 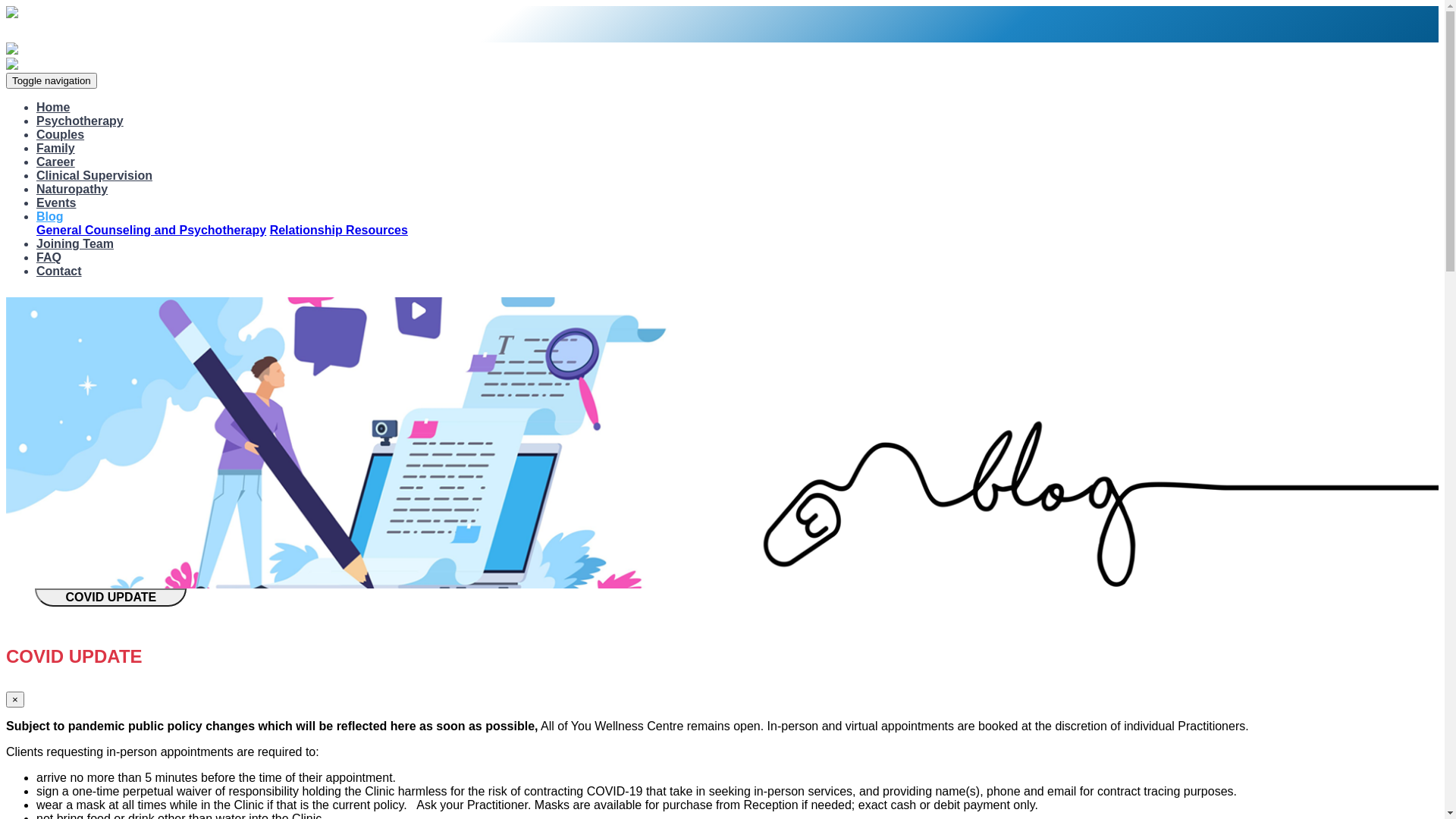 What do you see at coordinates (49, 256) in the screenshot?
I see `'FAQ'` at bounding box center [49, 256].